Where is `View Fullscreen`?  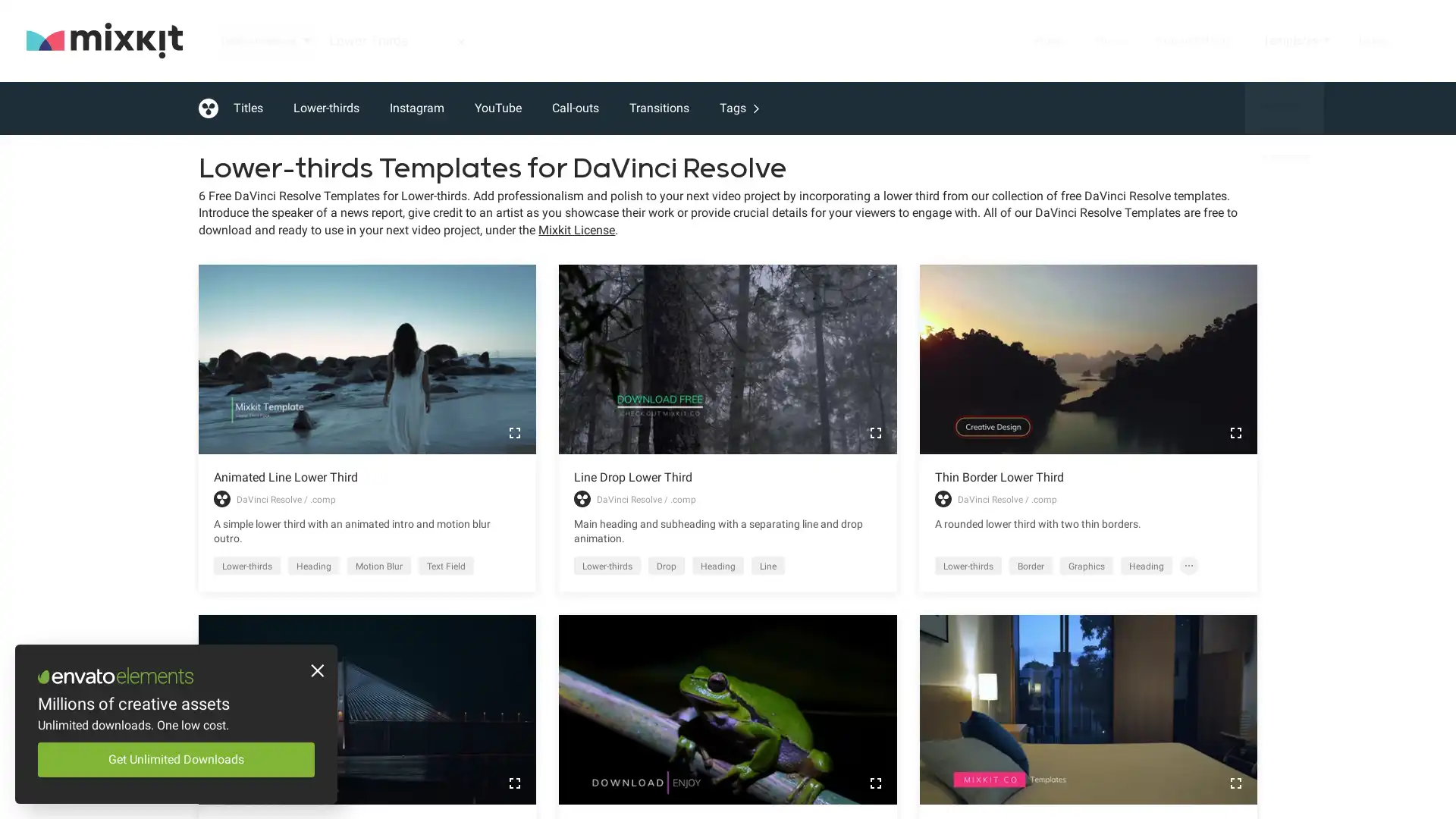 View Fullscreen is located at coordinates (874, 783).